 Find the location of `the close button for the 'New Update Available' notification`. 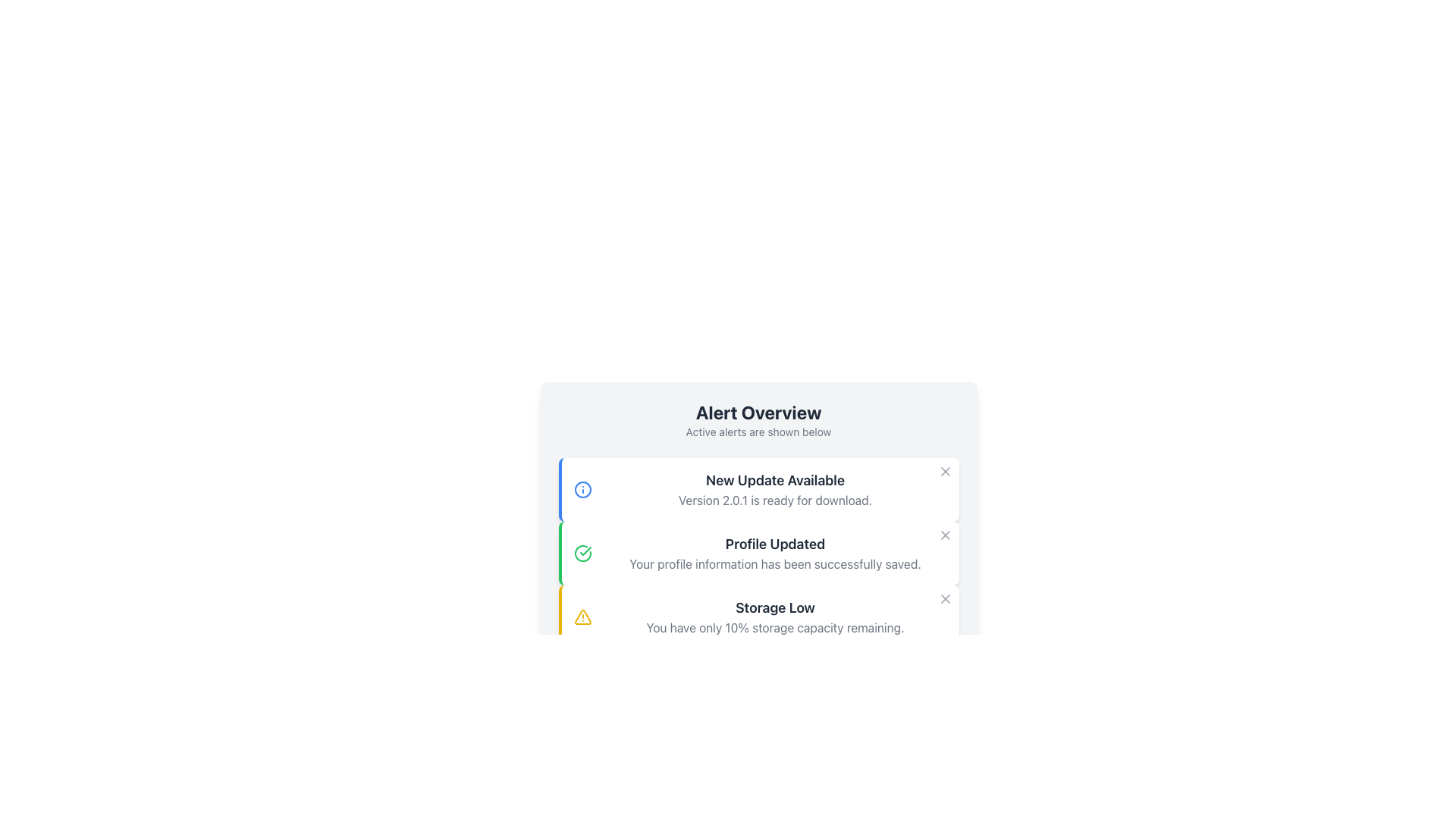

the close button for the 'New Update Available' notification is located at coordinates (944, 470).